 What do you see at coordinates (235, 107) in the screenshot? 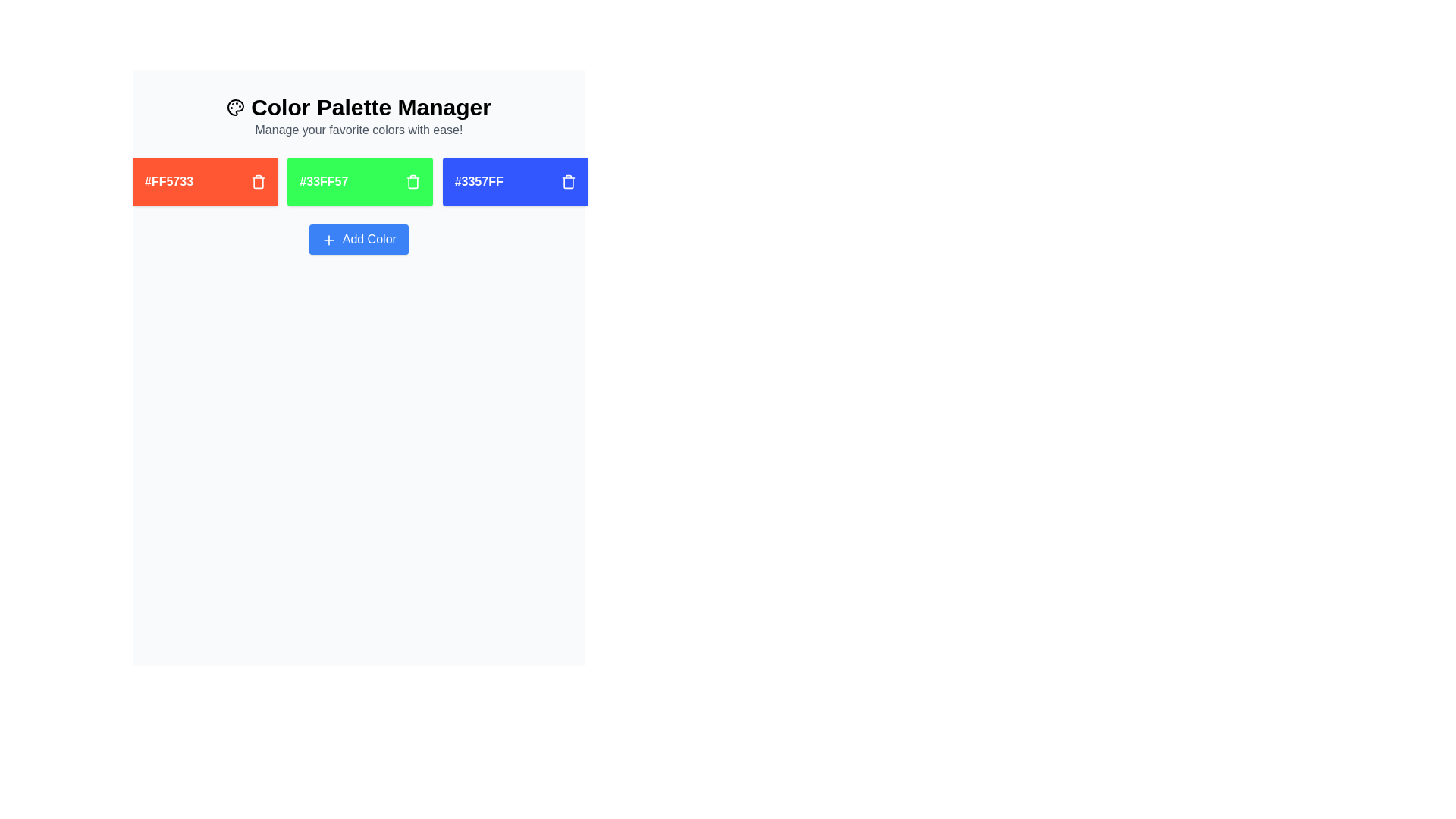
I see `the decorative icon representing the 'Color Palette Manager' tool located just to the left of the title text in the header section` at bounding box center [235, 107].